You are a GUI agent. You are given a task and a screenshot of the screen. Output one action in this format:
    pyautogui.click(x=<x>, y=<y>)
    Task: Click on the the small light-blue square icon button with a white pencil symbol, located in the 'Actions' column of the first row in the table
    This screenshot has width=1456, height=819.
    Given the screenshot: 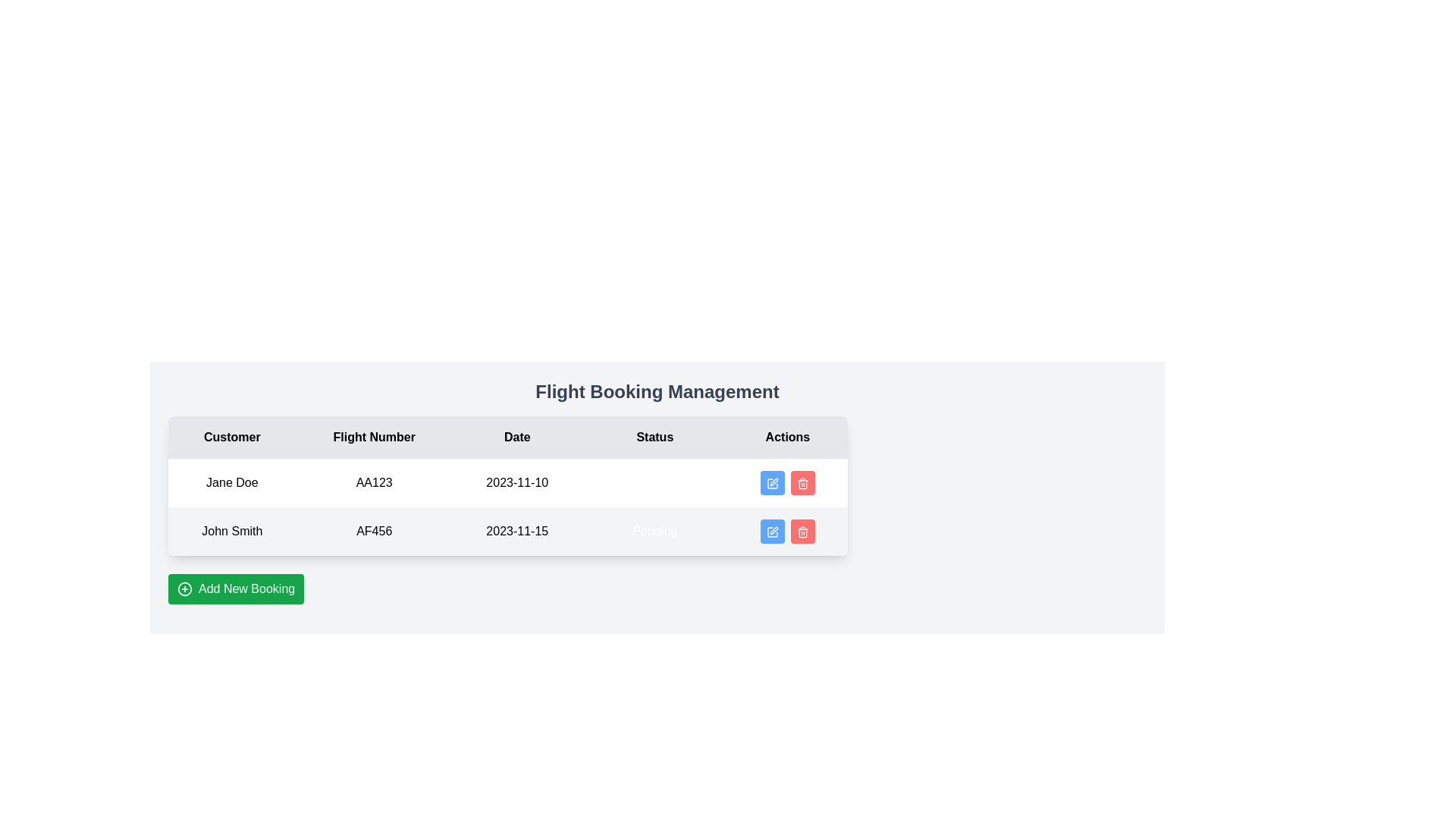 What is the action you would take?
    pyautogui.click(x=772, y=483)
    